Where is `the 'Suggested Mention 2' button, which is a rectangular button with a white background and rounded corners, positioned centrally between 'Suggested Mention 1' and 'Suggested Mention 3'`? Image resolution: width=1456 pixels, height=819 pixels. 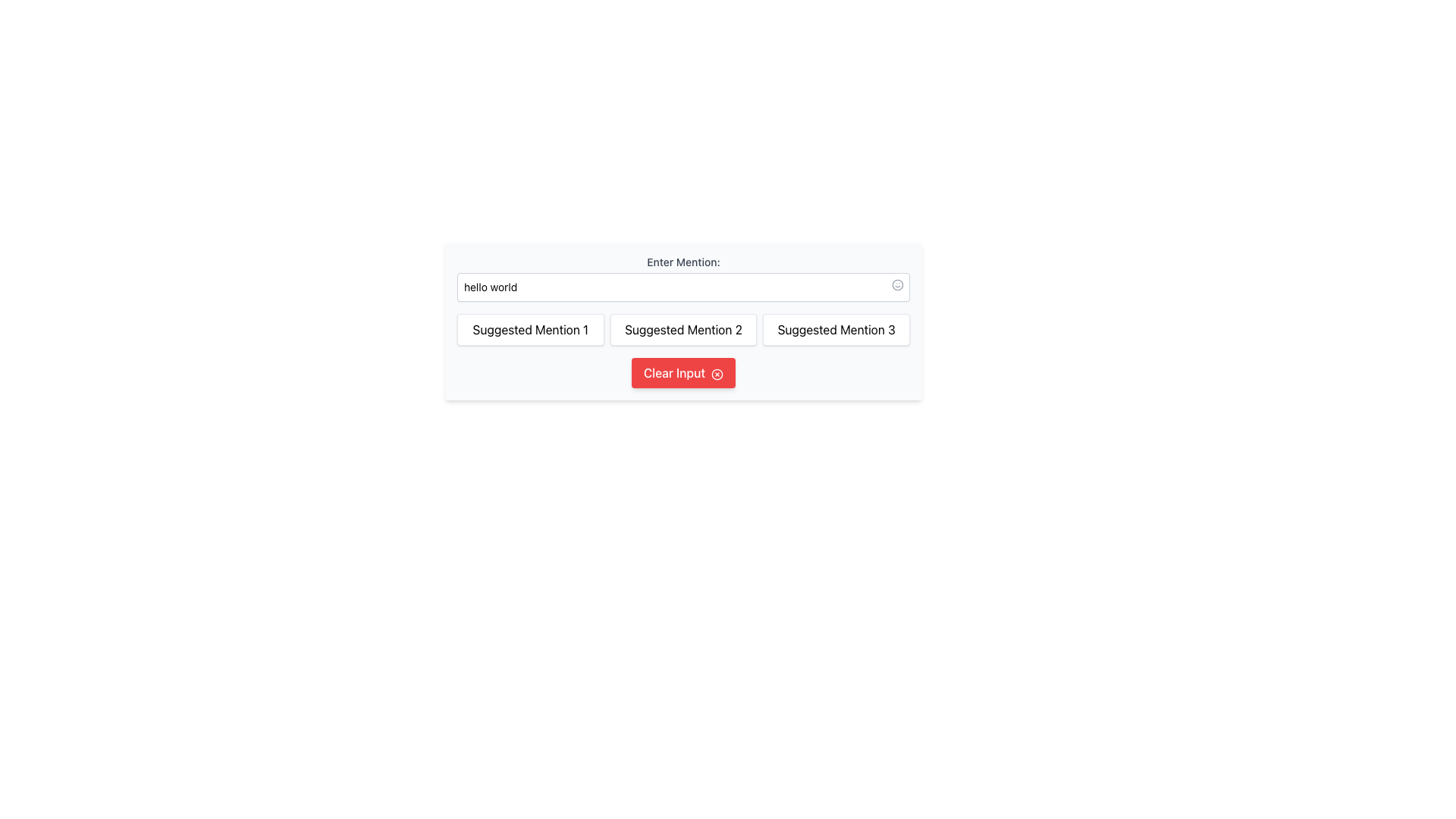 the 'Suggested Mention 2' button, which is a rectangular button with a white background and rounded corners, positioned centrally between 'Suggested Mention 1' and 'Suggested Mention 3' is located at coordinates (682, 329).